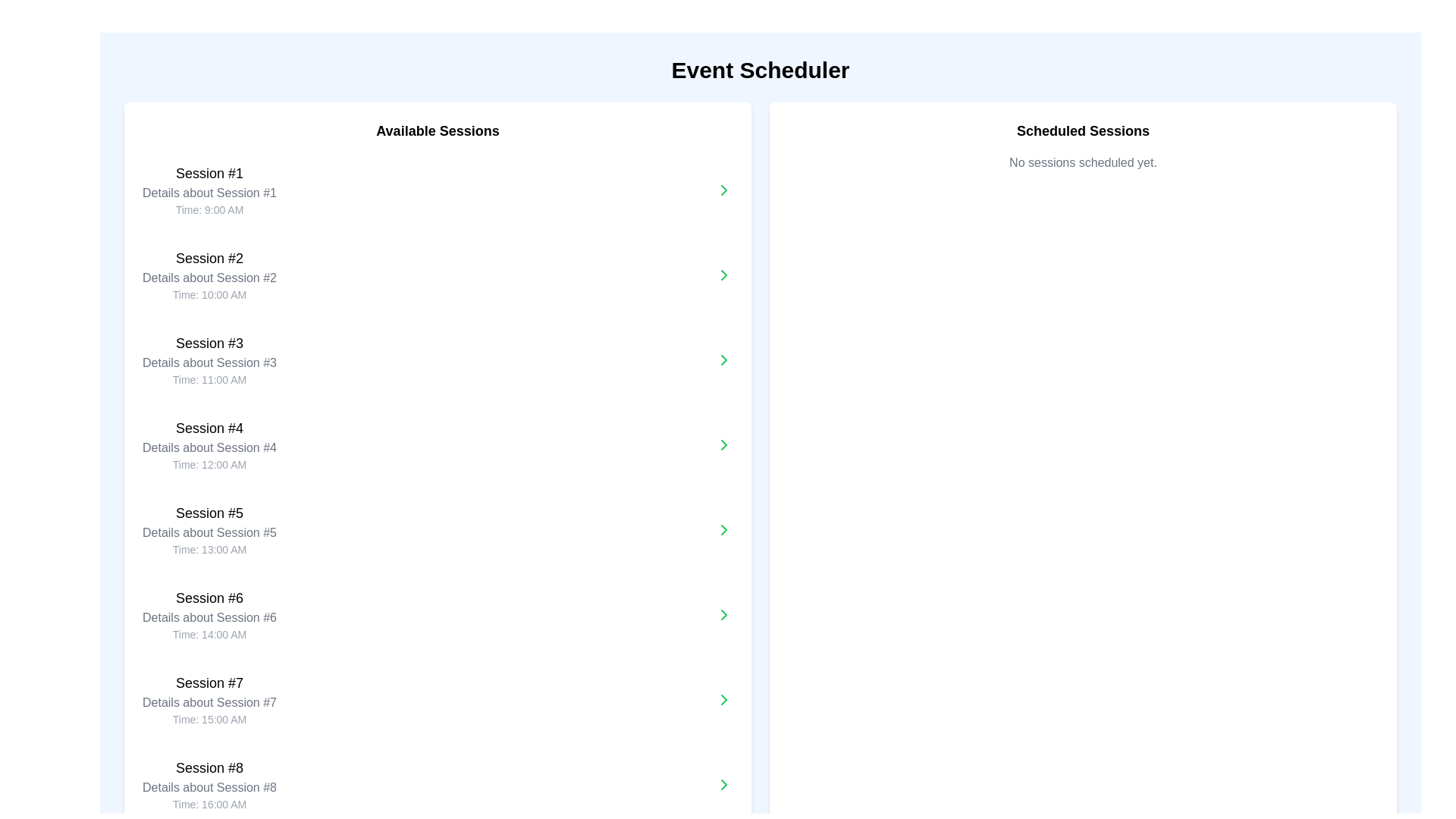 This screenshot has height=819, width=1456. What do you see at coordinates (209, 614) in the screenshot?
I see `the List item containing session details that displays 'Session #6', including its title, subtitle, and timestamp, positioned in the 'Available Sessions' column` at bounding box center [209, 614].